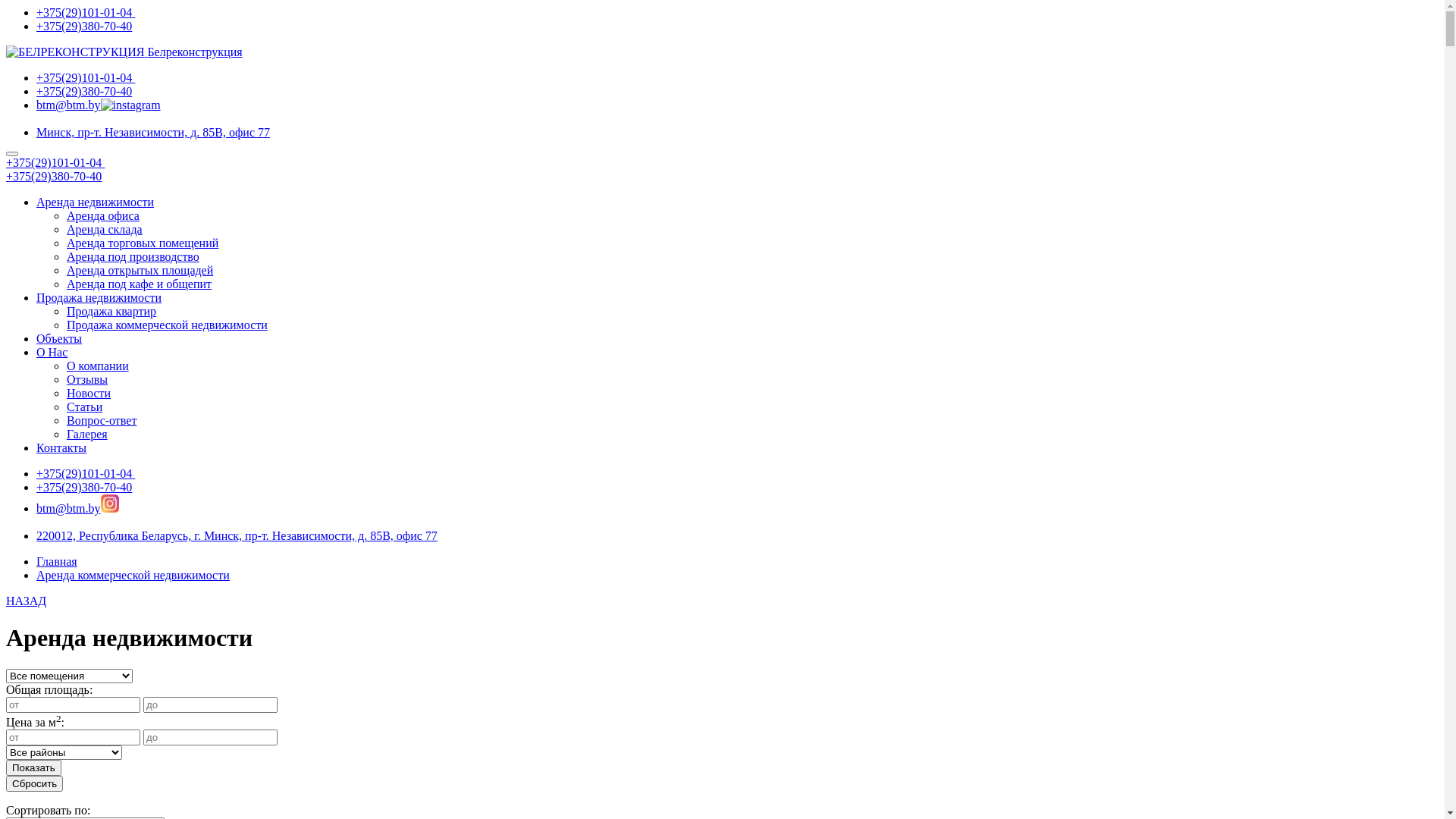 The width and height of the screenshot is (1456, 819). Describe the element at coordinates (85, 77) in the screenshot. I see `'+375(29)101-01-04 '` at that location.